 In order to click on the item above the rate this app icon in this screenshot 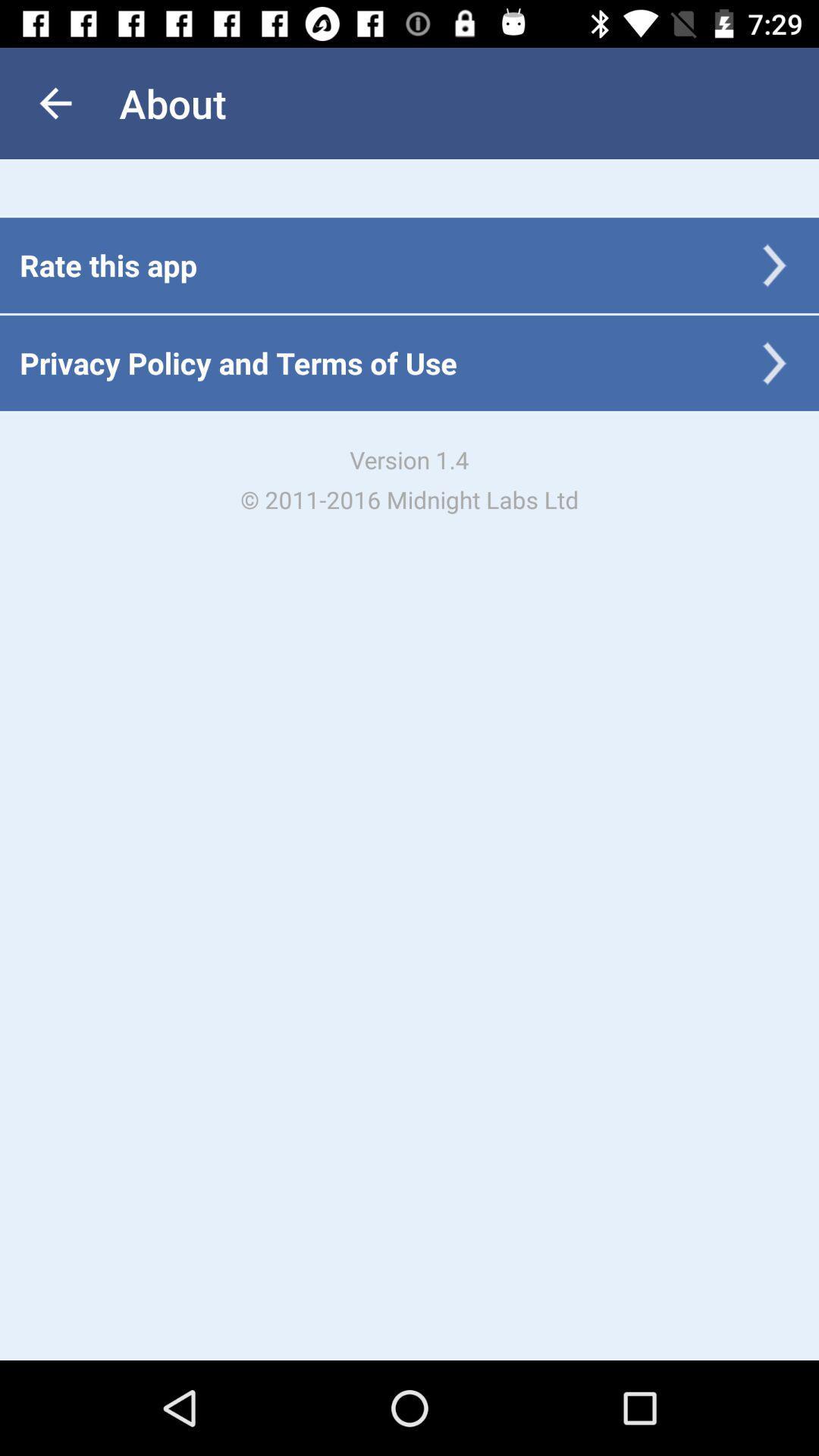, I will do `click(55, 102)`.